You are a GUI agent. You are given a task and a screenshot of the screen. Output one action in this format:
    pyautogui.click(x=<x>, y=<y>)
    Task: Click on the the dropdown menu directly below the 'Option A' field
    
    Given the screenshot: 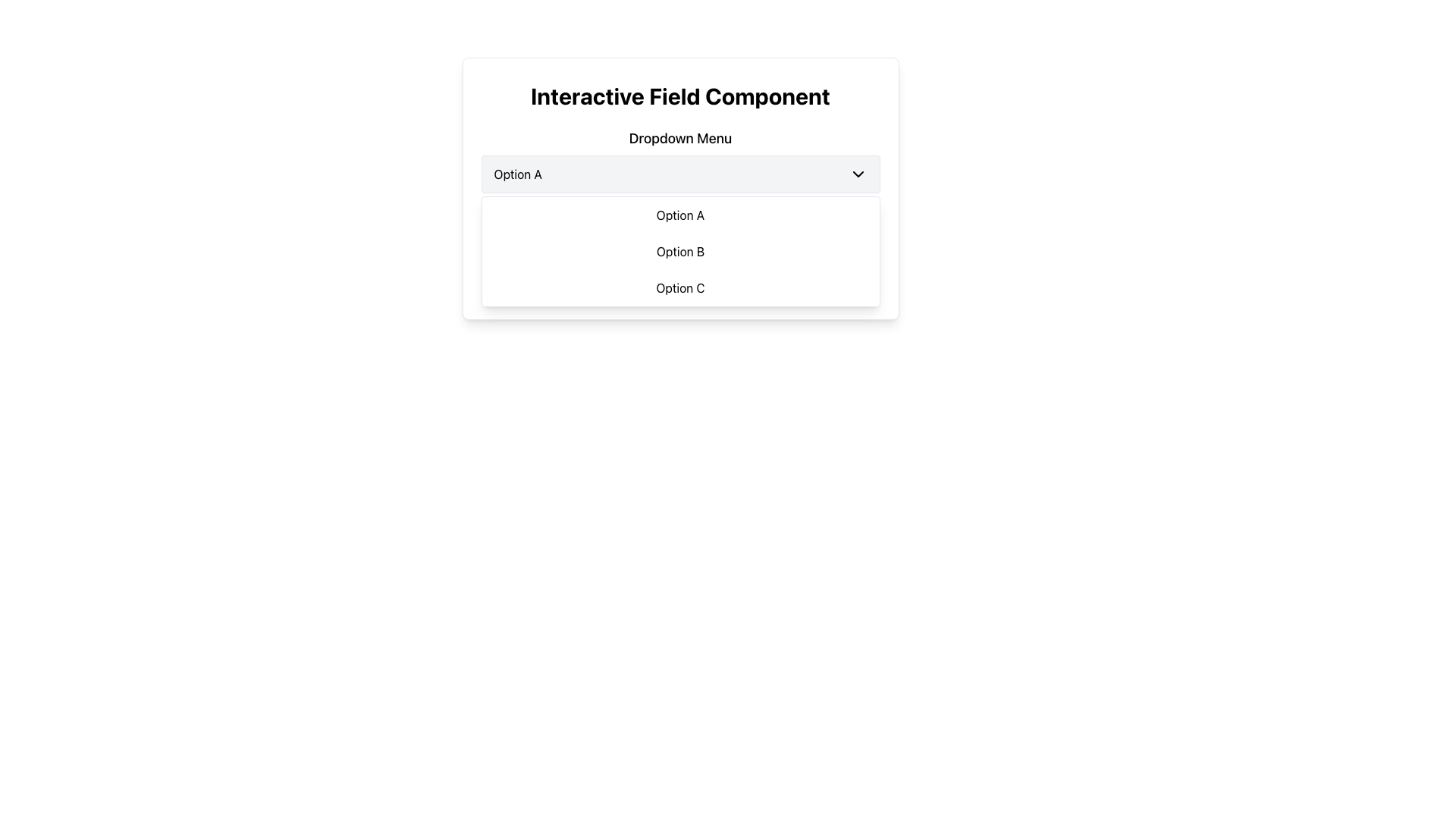 What is the action you would take?
    pyautogui.click(x=679, y=250)
    